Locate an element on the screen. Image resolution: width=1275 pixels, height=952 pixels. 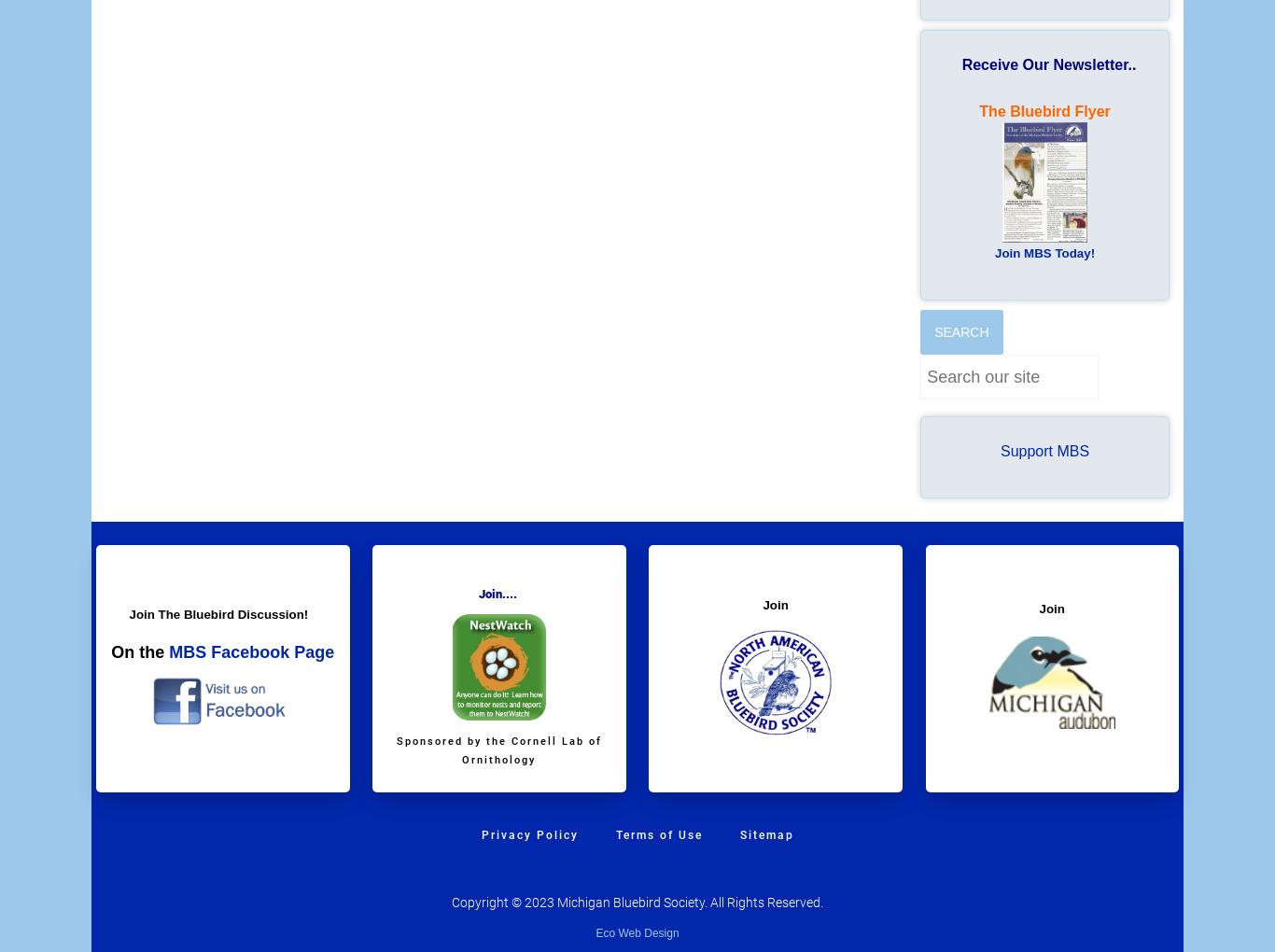
'Sponsored by the Cornell Lab of Ornithology' is located at coordinates (497, 749).